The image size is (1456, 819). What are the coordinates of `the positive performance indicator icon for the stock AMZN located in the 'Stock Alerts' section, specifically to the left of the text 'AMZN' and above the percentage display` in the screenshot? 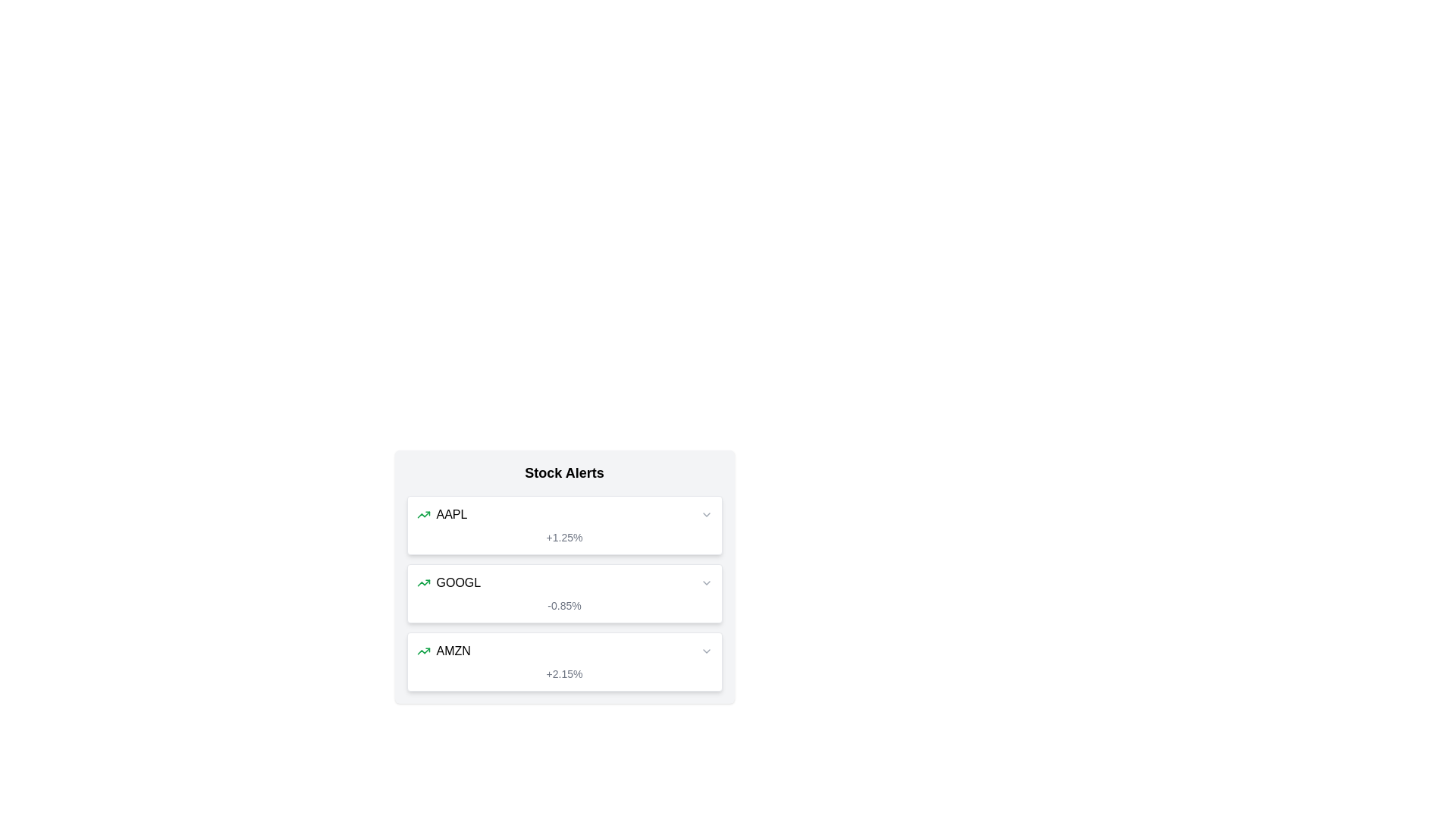 It's located at (423, 651).